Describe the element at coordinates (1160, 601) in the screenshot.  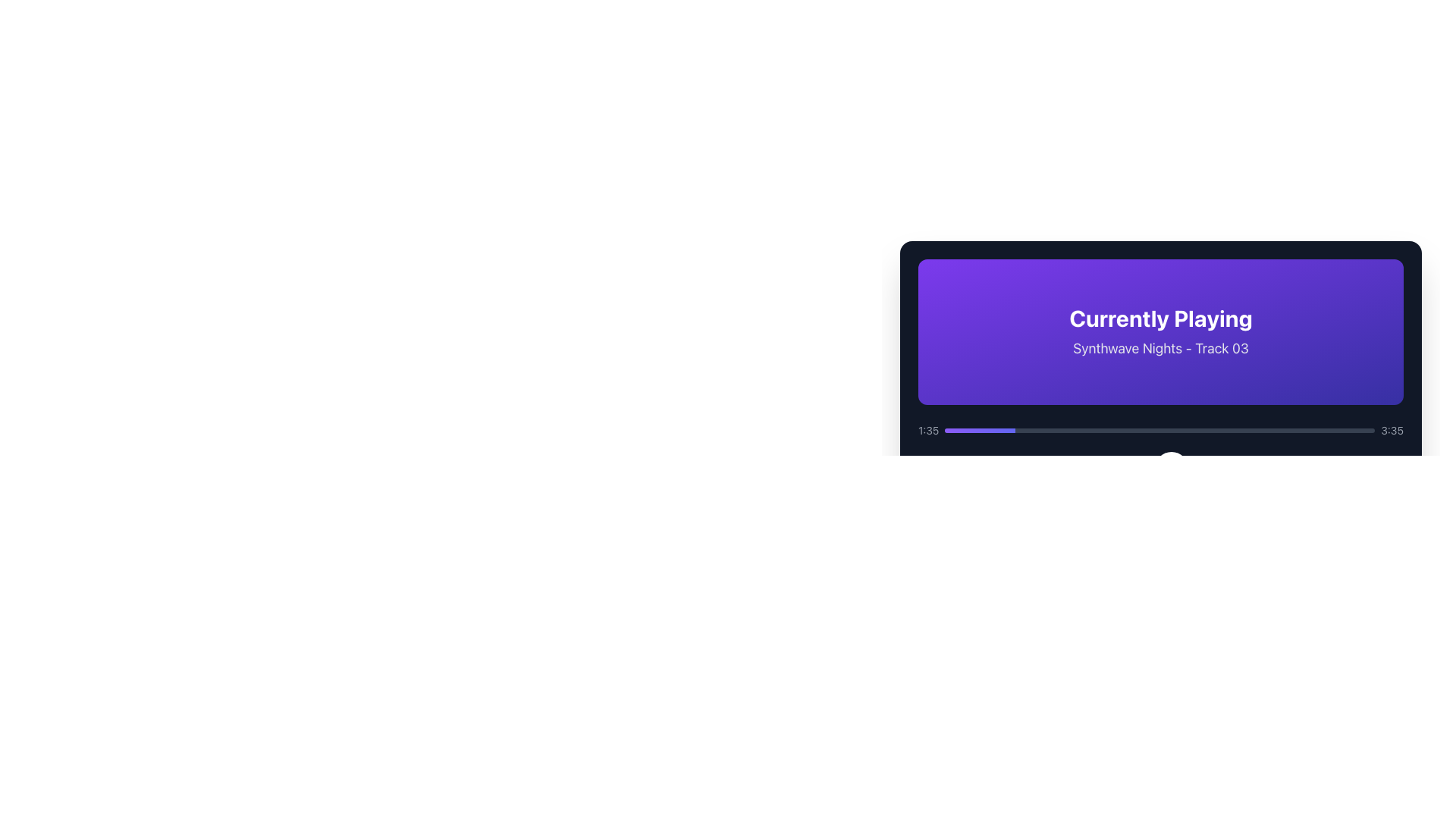
I see `the first playlist entry 'Synthwave Nights'` at that location.